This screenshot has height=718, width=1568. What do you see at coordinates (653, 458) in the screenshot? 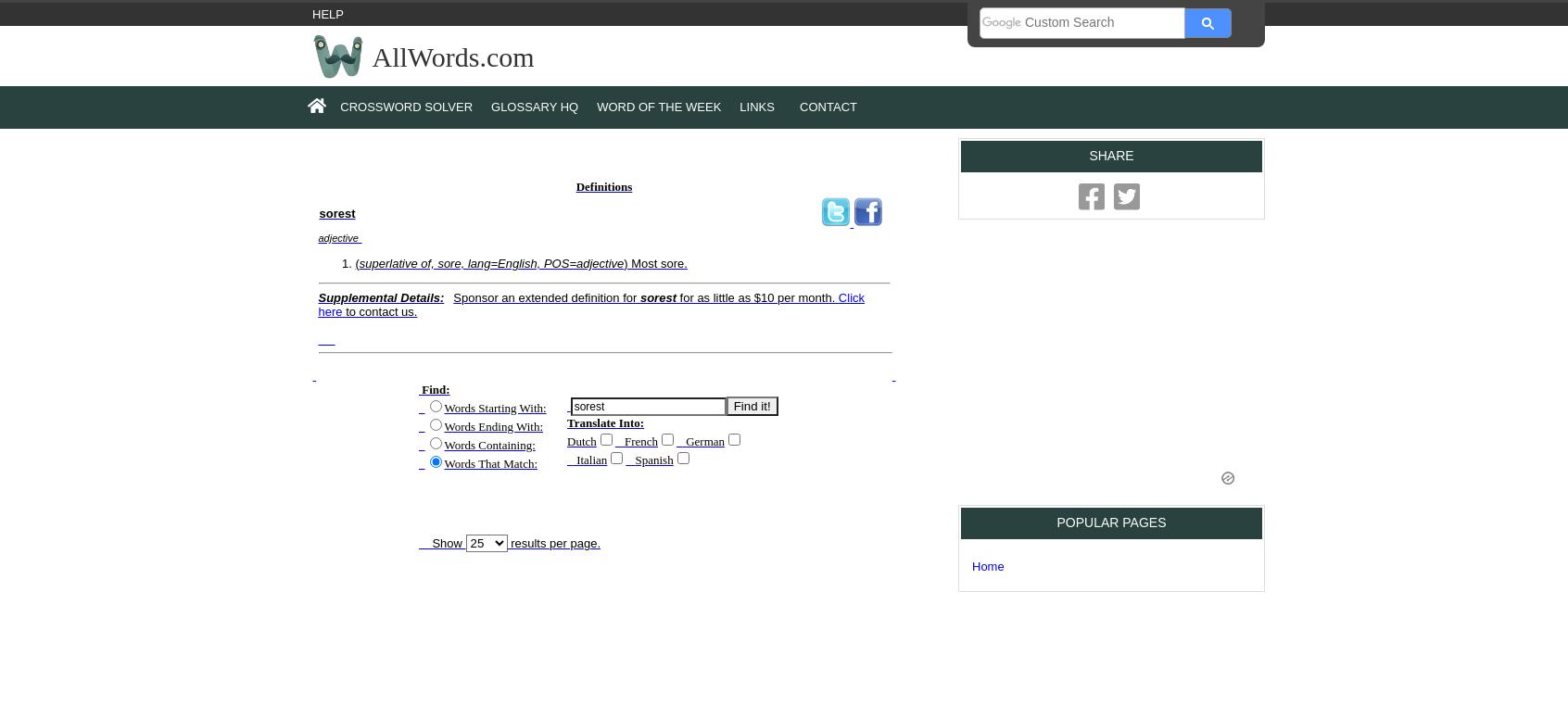
I see `'Spanish'` at bounding box center [653, 458].